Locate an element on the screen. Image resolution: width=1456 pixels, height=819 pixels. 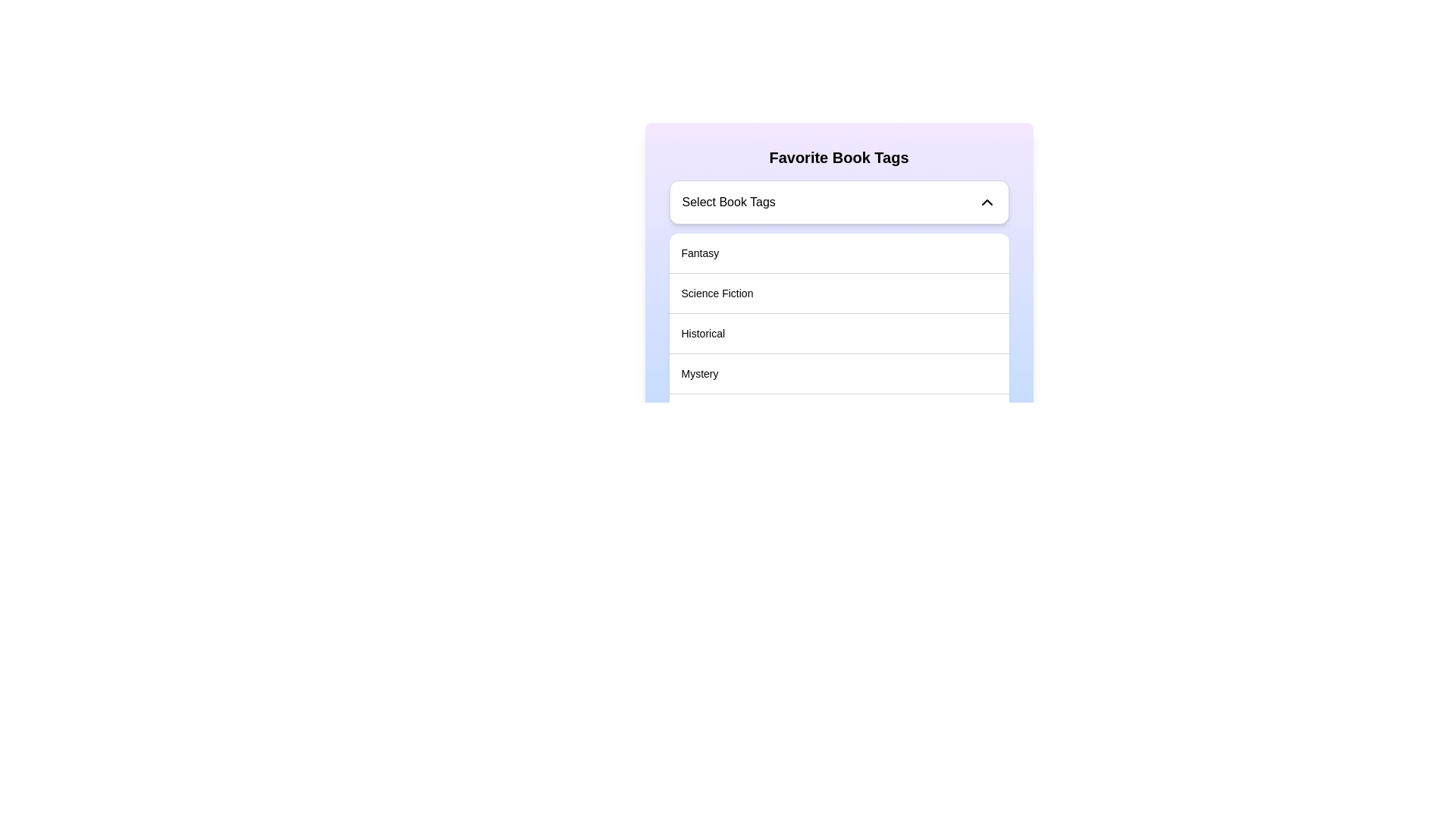
the 'Mystery' option in the dropdown list under 'Select Book Tags' is located at coordinates (698, 374).